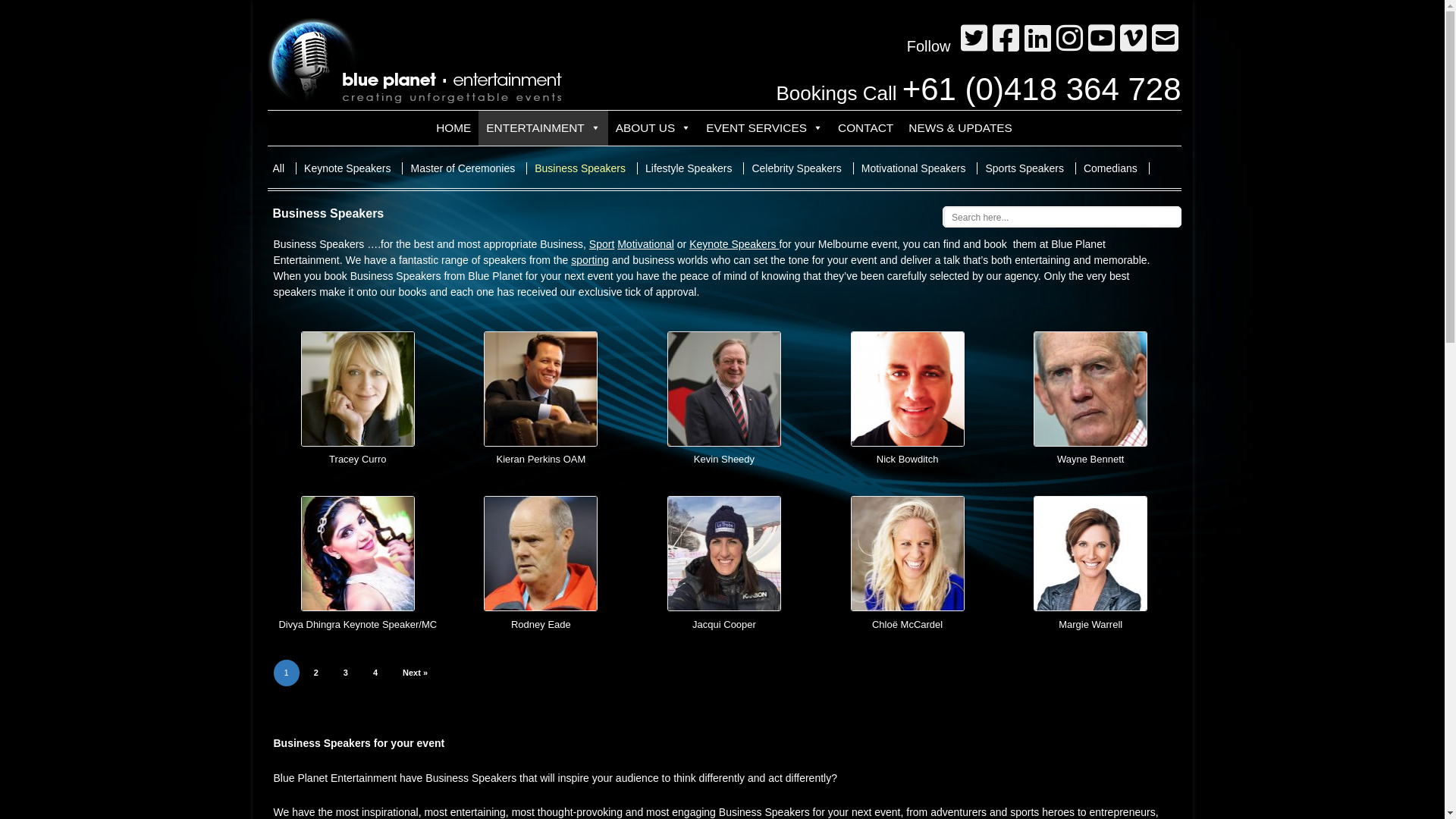  Describe the element at coordinates (356, 388) in the screenshot. I see `'Tracey Curro'` at that location.